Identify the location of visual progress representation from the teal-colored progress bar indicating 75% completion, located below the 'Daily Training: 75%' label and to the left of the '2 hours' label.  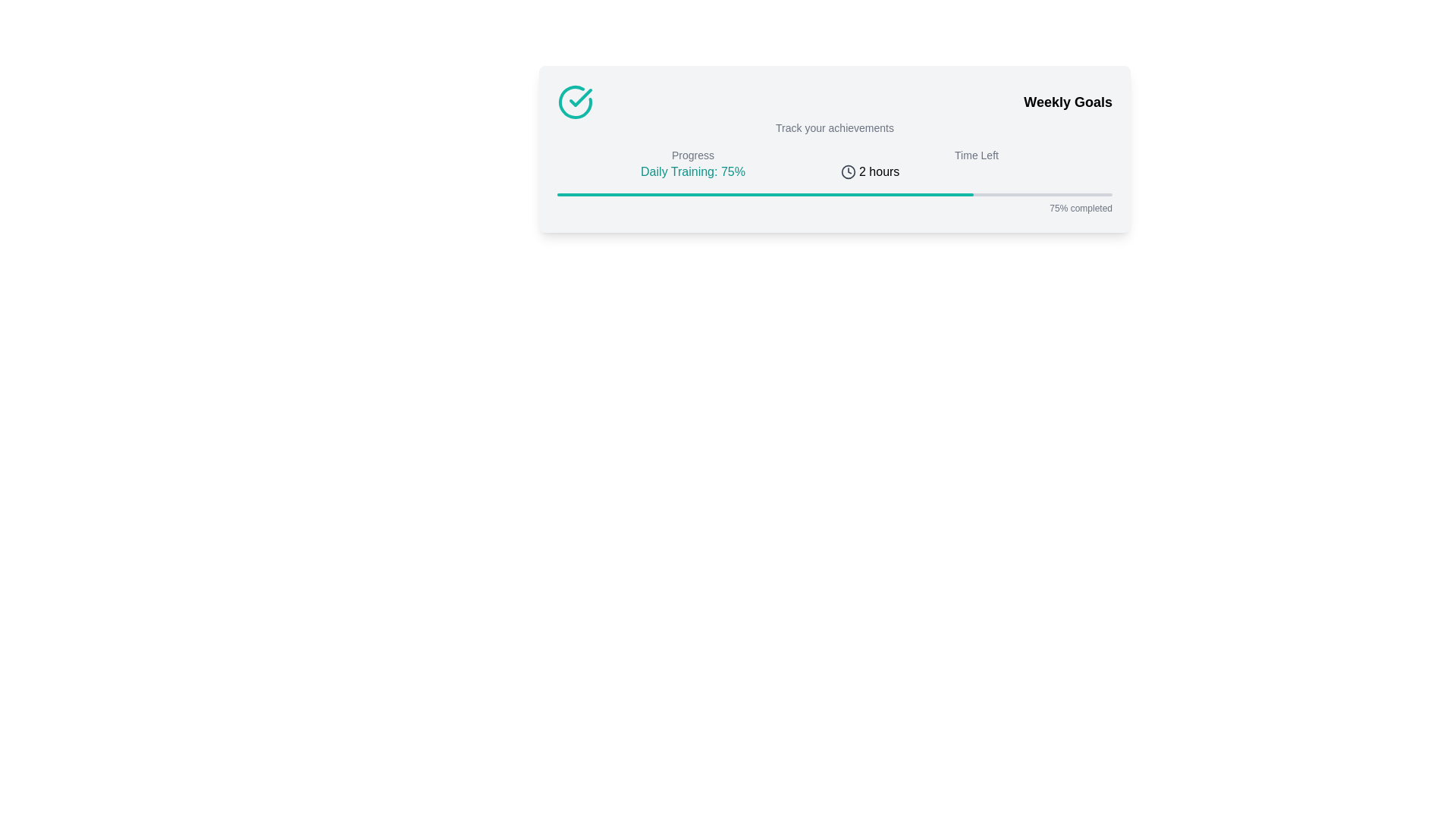
(833, 194).